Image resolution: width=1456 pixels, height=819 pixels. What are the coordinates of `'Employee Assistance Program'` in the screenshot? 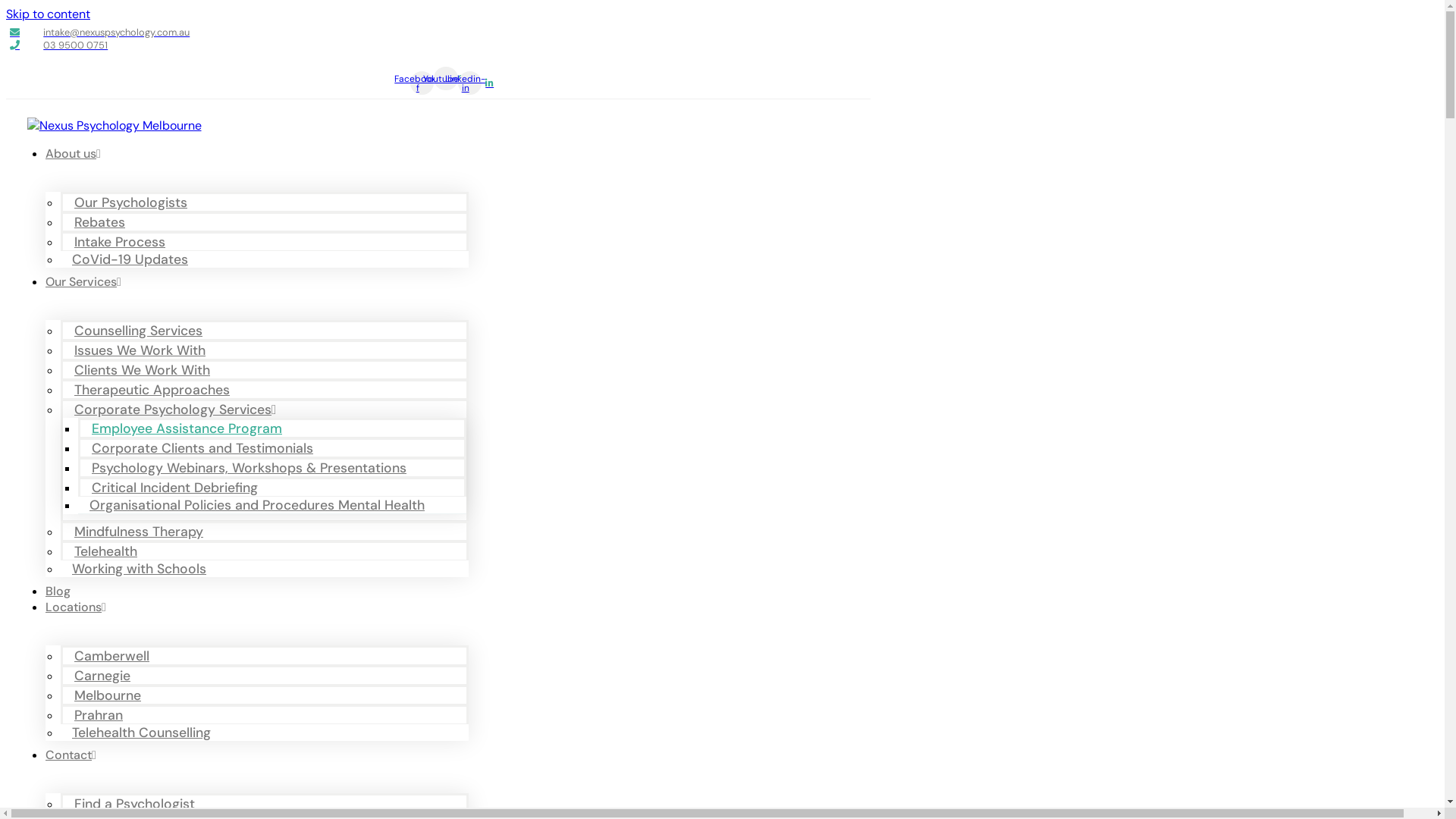 It's located at (190, 428).